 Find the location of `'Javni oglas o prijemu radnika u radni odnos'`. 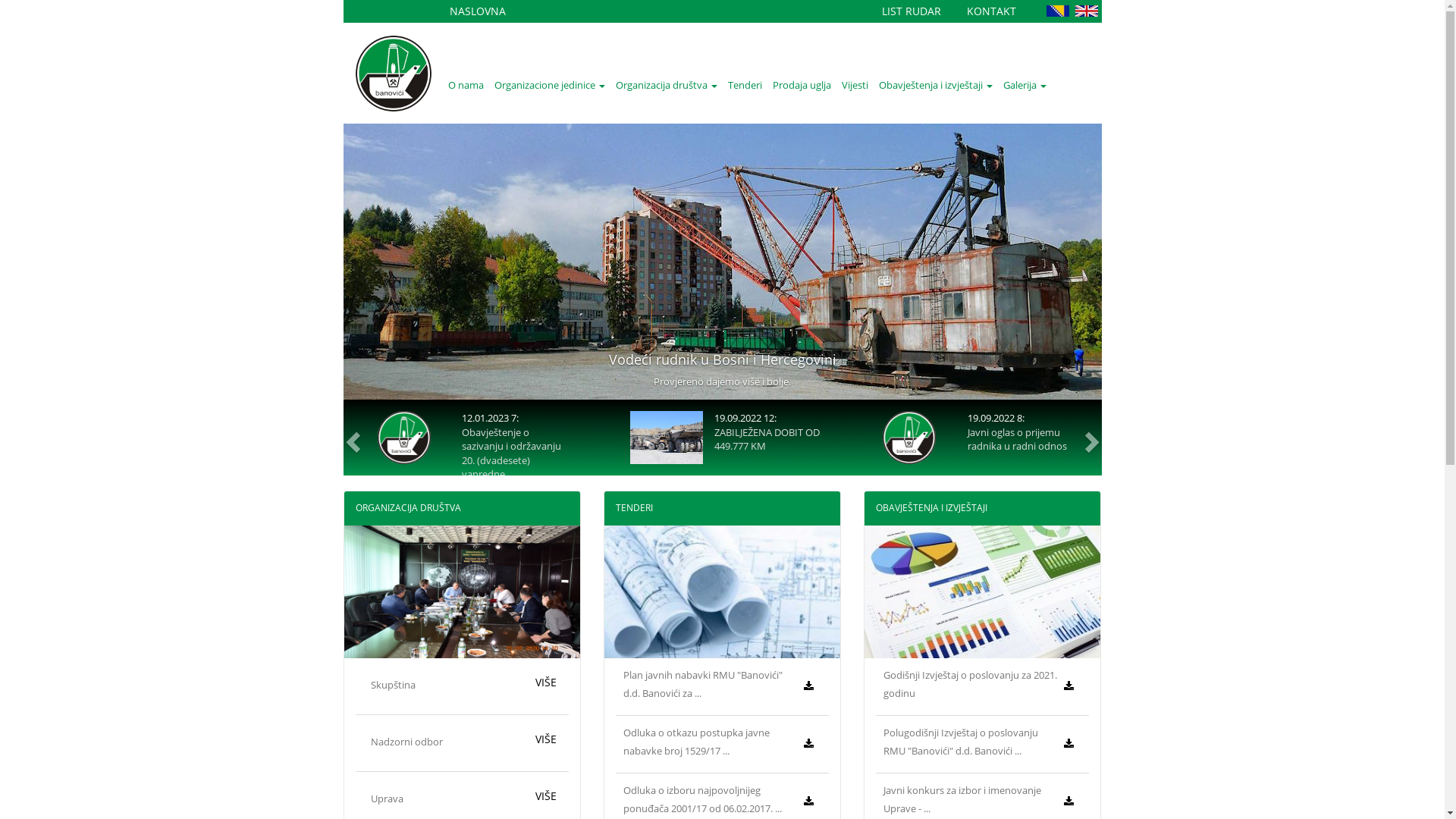

'Javni oglas o prijemu radnika u radni odnos' is located at coordinates (1017, 439).